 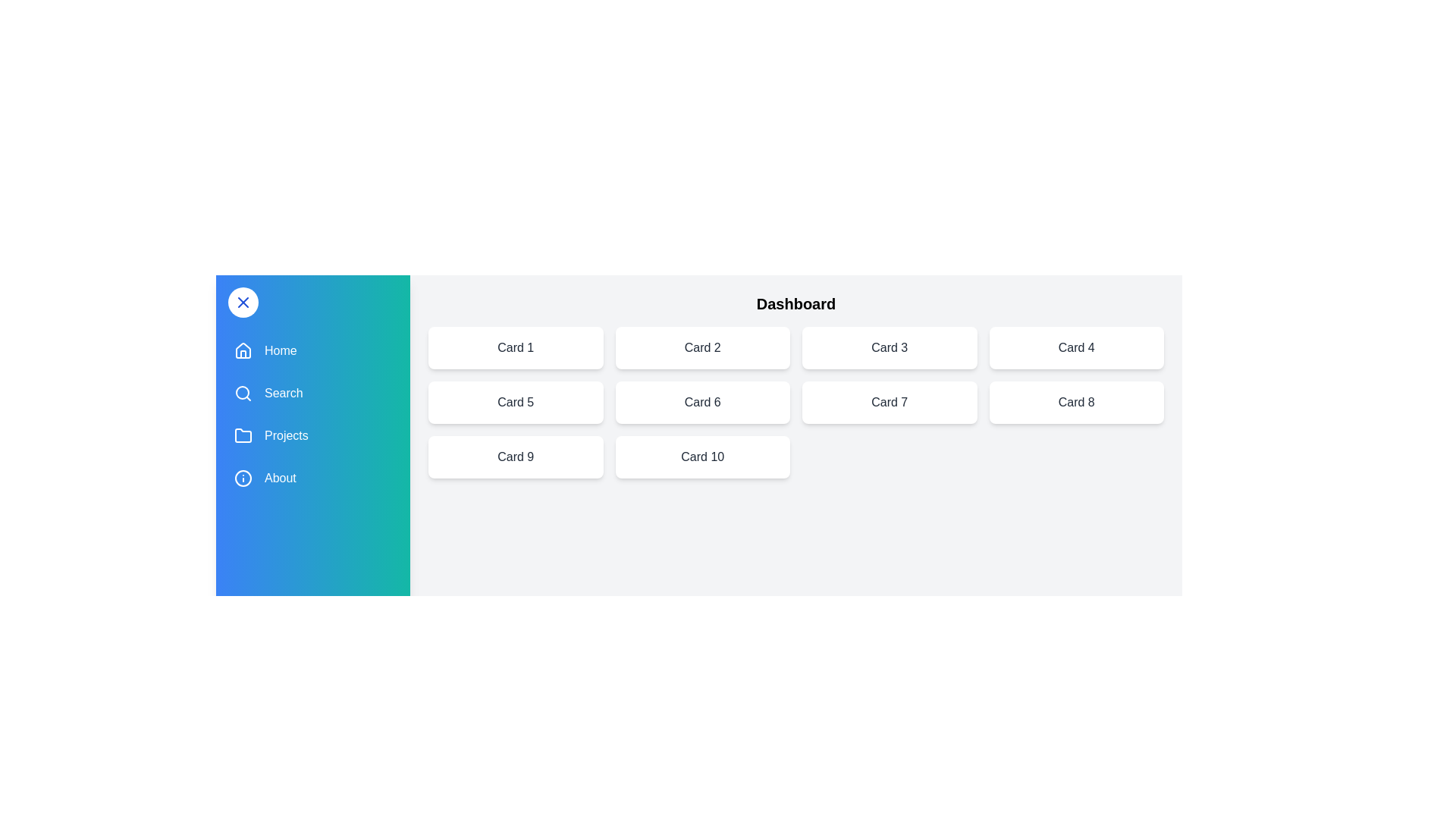 I want to click on the menu item Home to navigate or trigger its respective action, so click(x=312, y=350).